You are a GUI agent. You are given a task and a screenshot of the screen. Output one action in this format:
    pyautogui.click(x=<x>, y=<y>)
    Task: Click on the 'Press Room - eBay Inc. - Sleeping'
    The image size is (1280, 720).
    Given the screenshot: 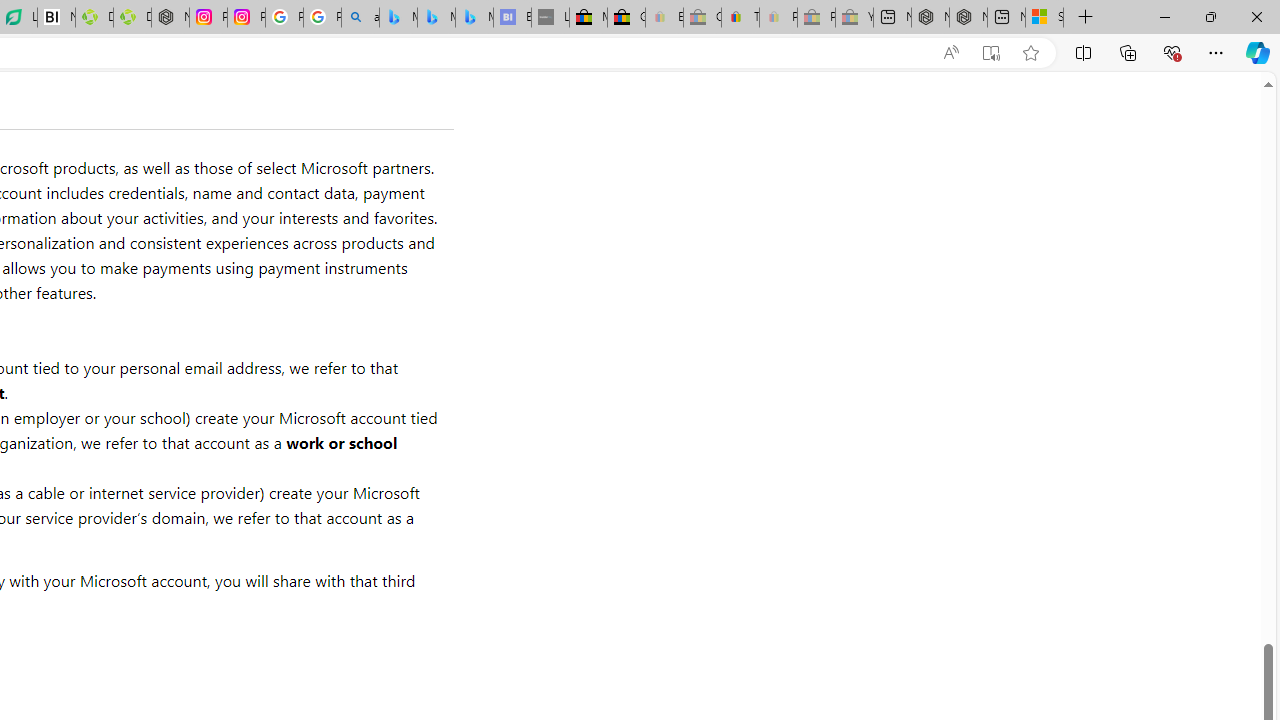 What is the action you would take?
    pyautogui.click(x=816, y=17)
    